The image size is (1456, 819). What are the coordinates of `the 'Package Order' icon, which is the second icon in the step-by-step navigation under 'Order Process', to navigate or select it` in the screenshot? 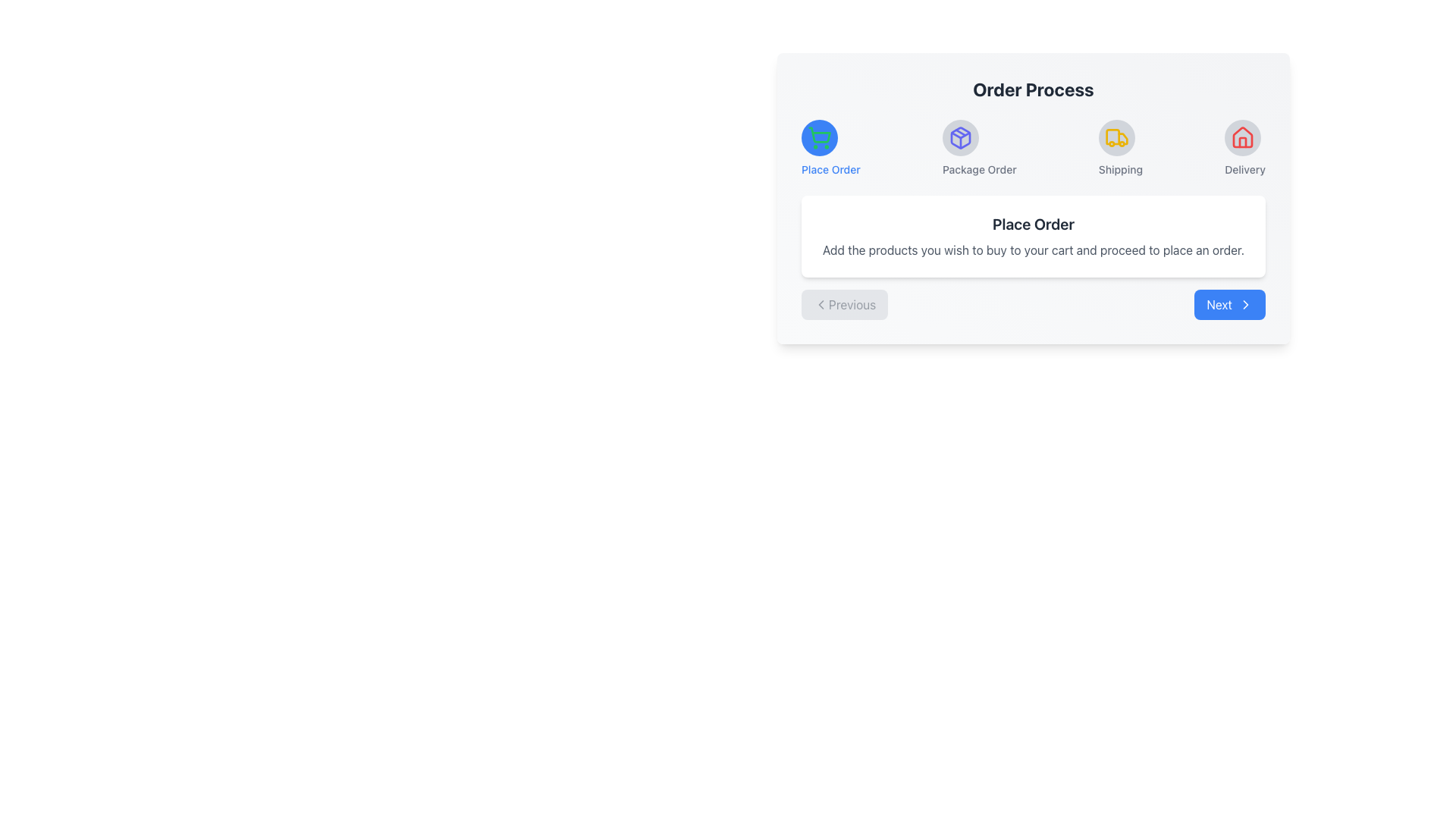 It's located at (960, 137).